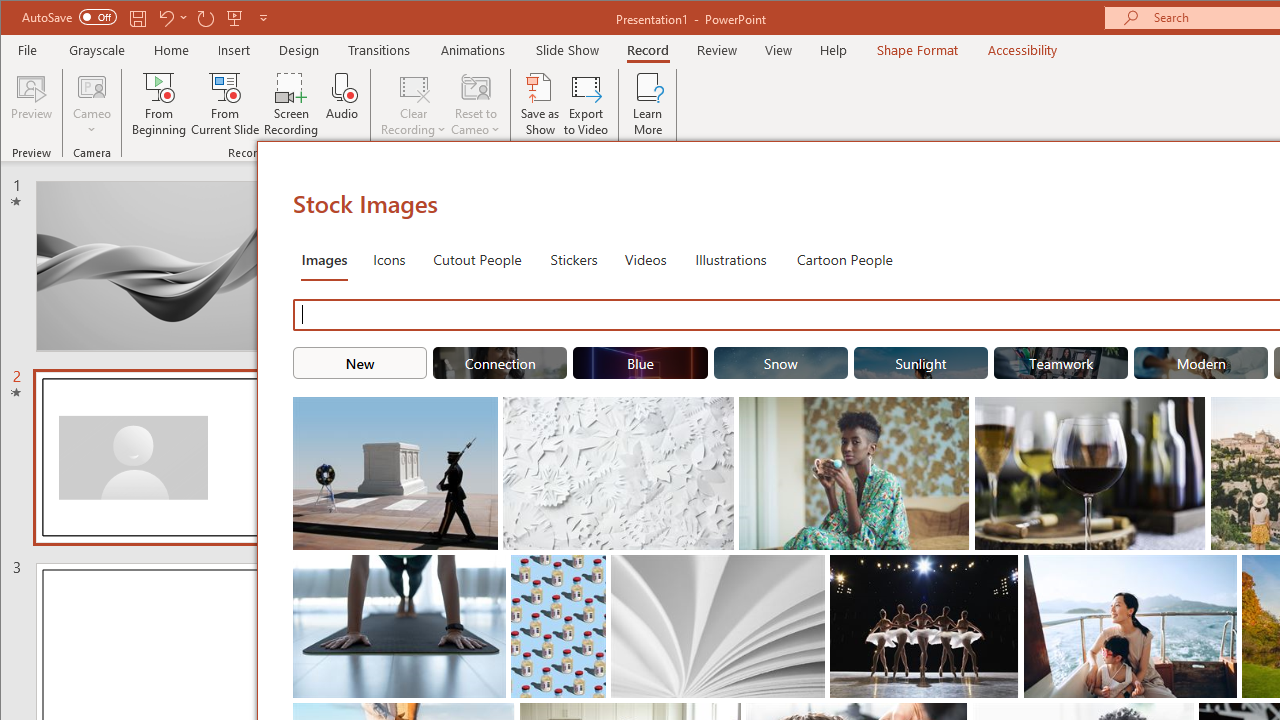 The width and height of the screenshot is (1280, 720). What do you see at coordinates (475, 104) in the screenshot?
I see `'Reset to Cameo'` at bounding box center [475, 104].